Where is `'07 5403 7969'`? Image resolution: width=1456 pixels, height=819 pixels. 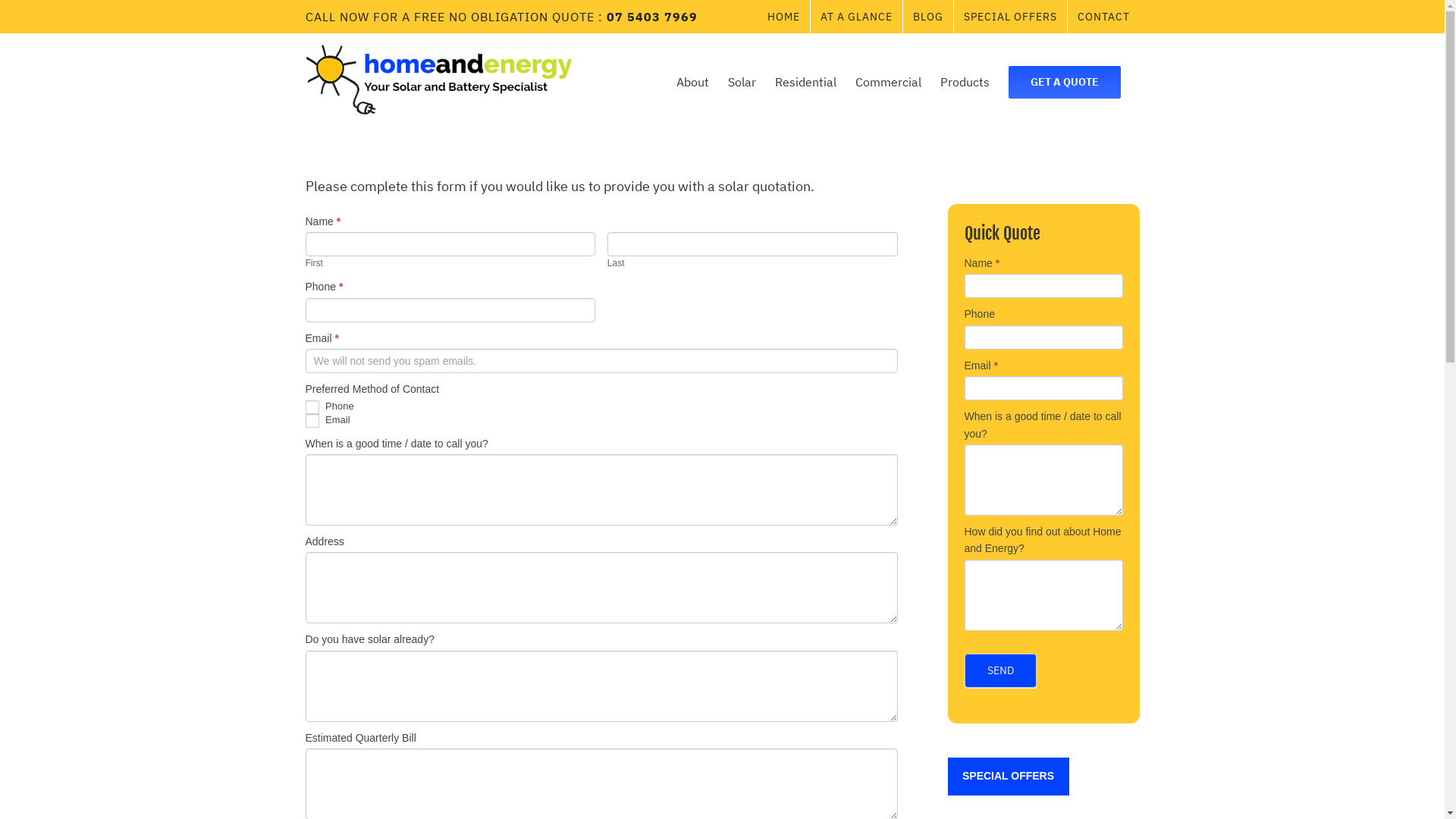 '07 5403 7969' is located at coordinates (607, 17).